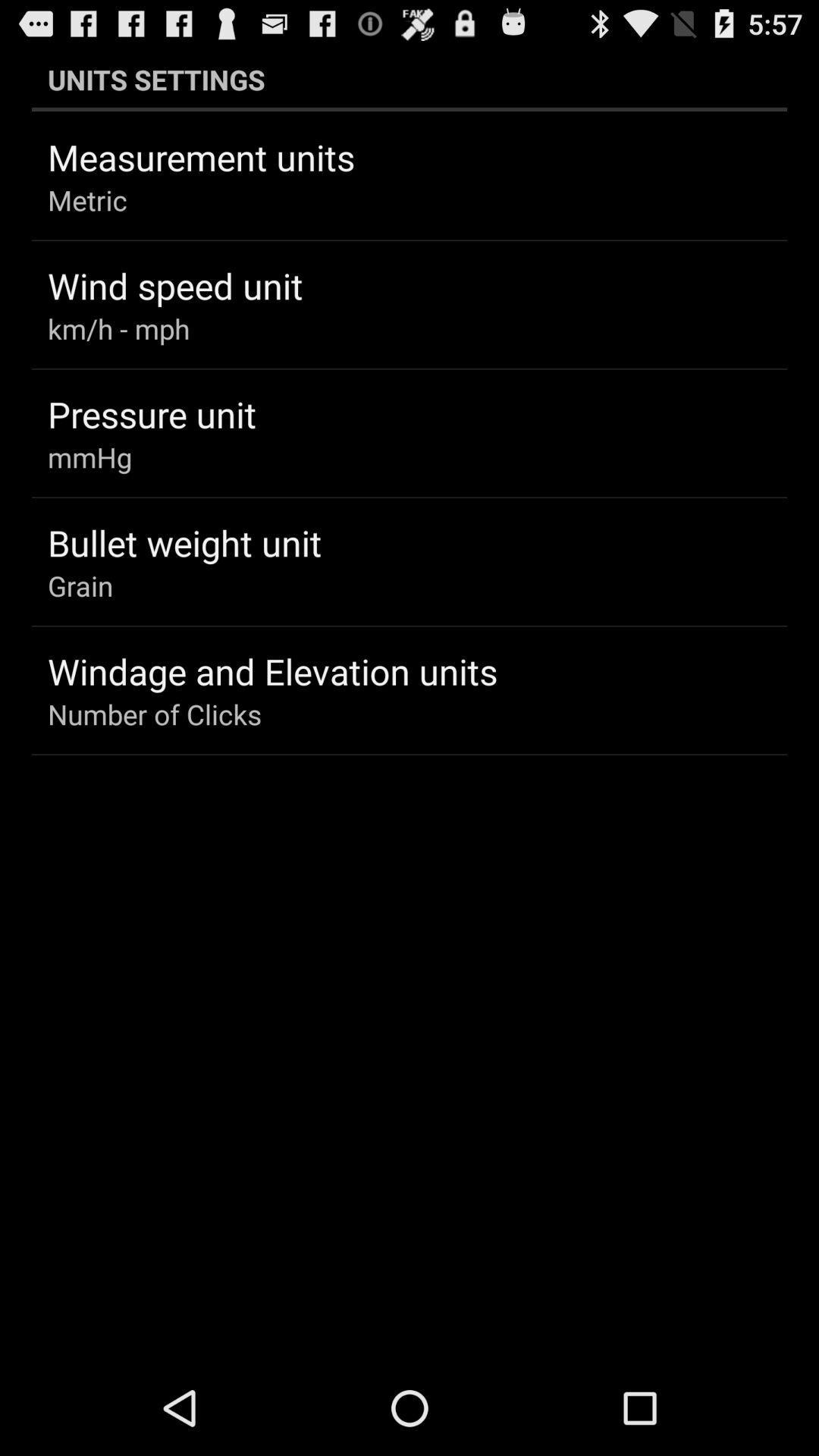 Image resolution: width=819 pixels, height=1456 pixels. I want to click on the item below the km/h - mph icon, so click(152, 414).